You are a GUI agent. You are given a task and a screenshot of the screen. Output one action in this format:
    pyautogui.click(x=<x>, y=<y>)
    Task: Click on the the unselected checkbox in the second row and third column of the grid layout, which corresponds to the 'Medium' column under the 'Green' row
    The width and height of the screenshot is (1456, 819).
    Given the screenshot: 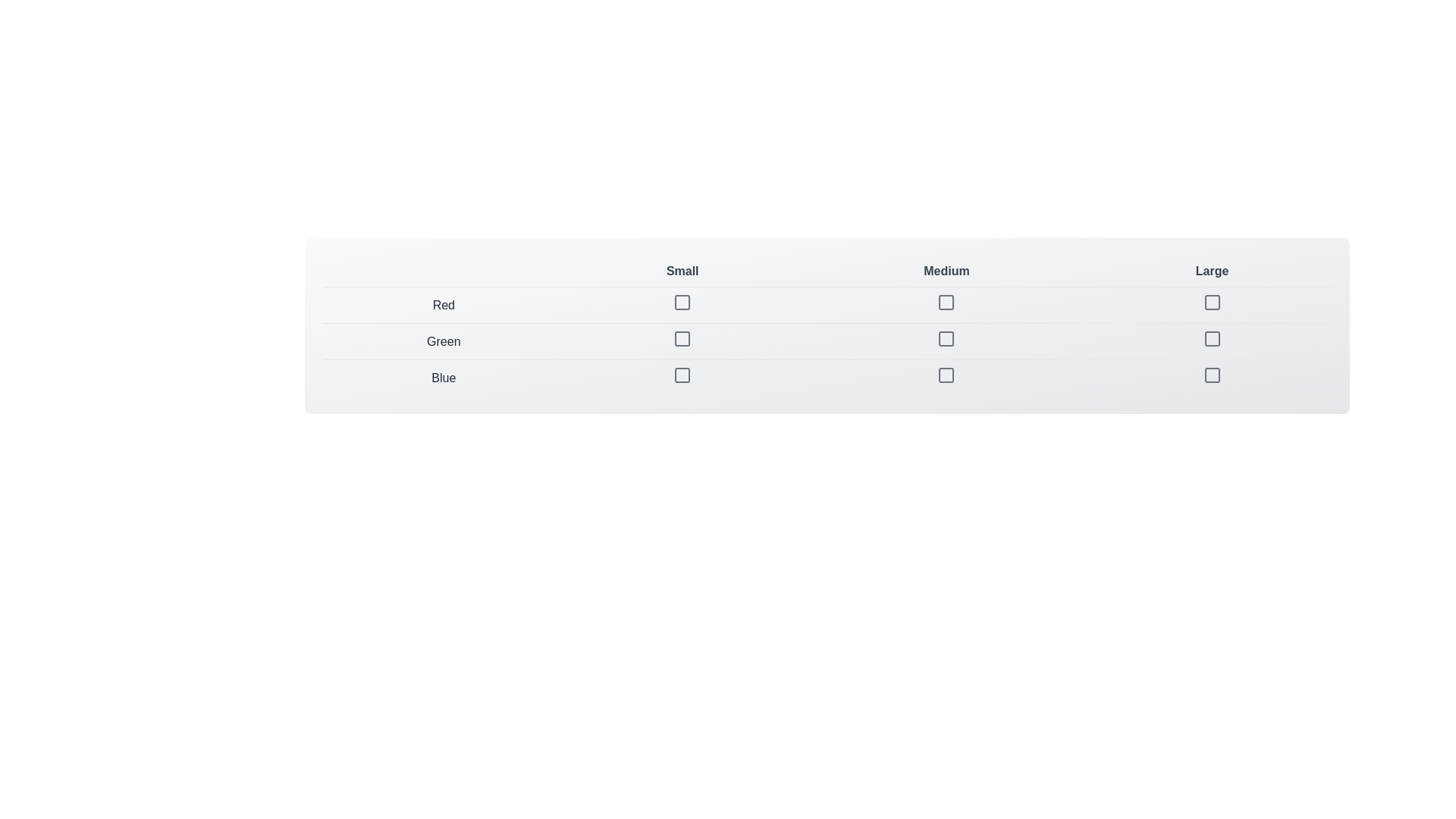 What is the action you would take?
    pyautogui.click(x=946, y=338)
    